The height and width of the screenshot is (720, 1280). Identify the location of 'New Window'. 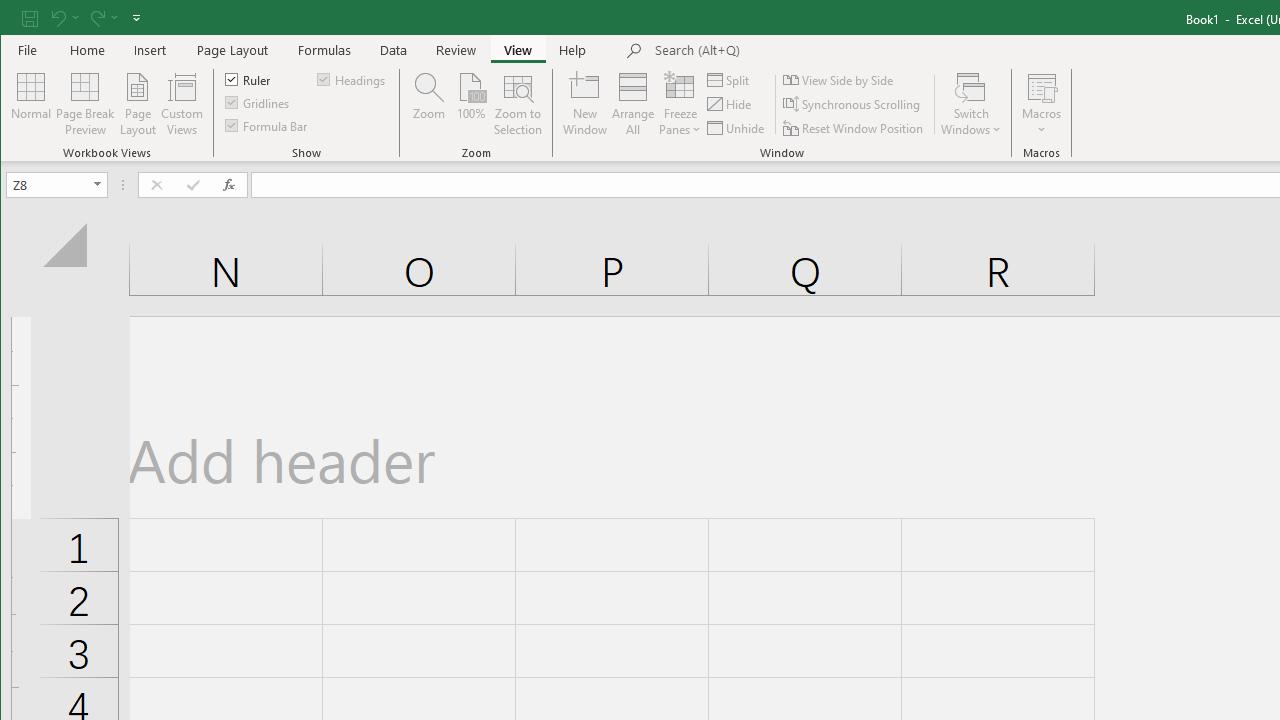
(584, 104).